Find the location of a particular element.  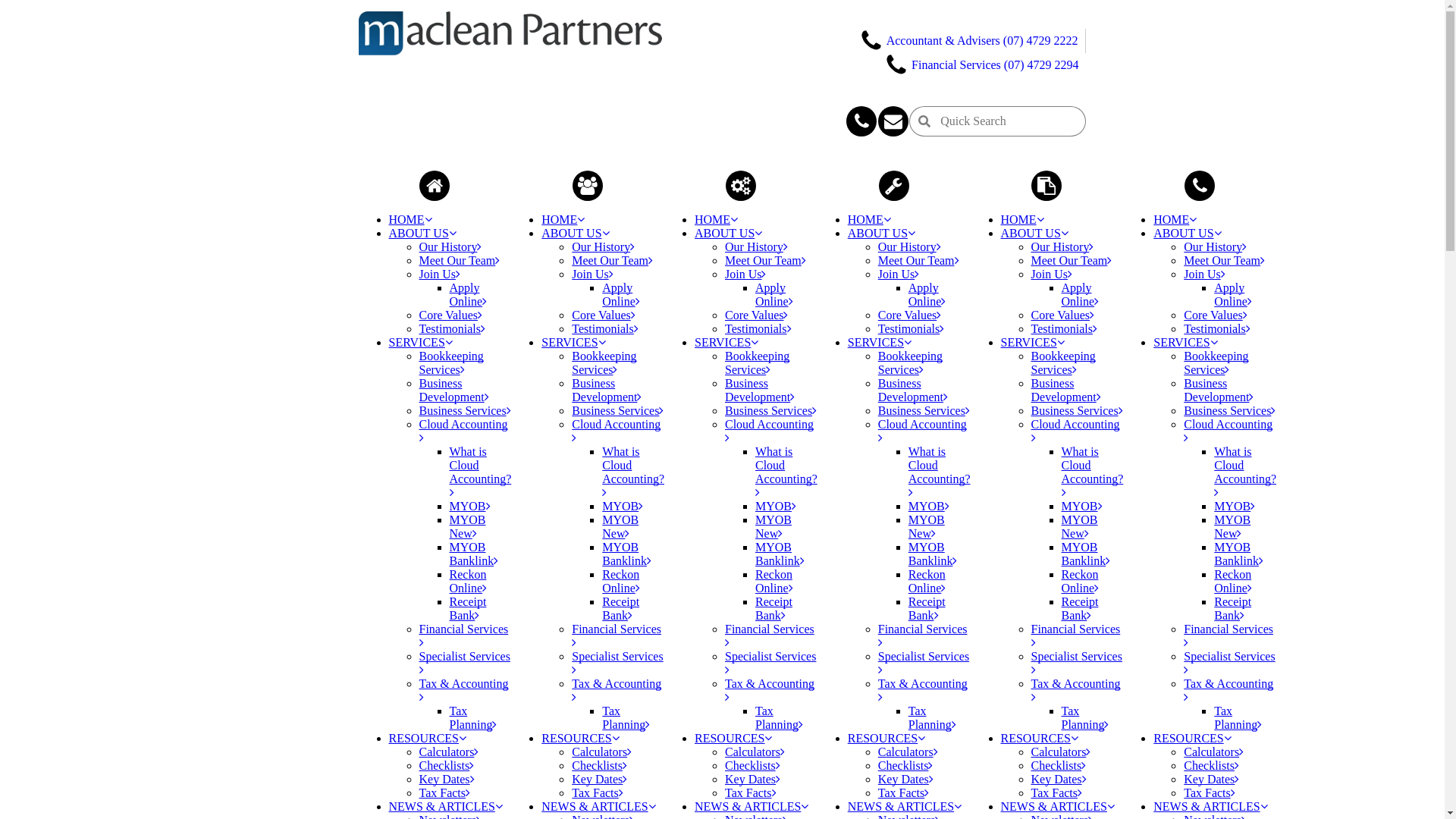

'Cloud Accounting' is located at coordinates (616, 431).